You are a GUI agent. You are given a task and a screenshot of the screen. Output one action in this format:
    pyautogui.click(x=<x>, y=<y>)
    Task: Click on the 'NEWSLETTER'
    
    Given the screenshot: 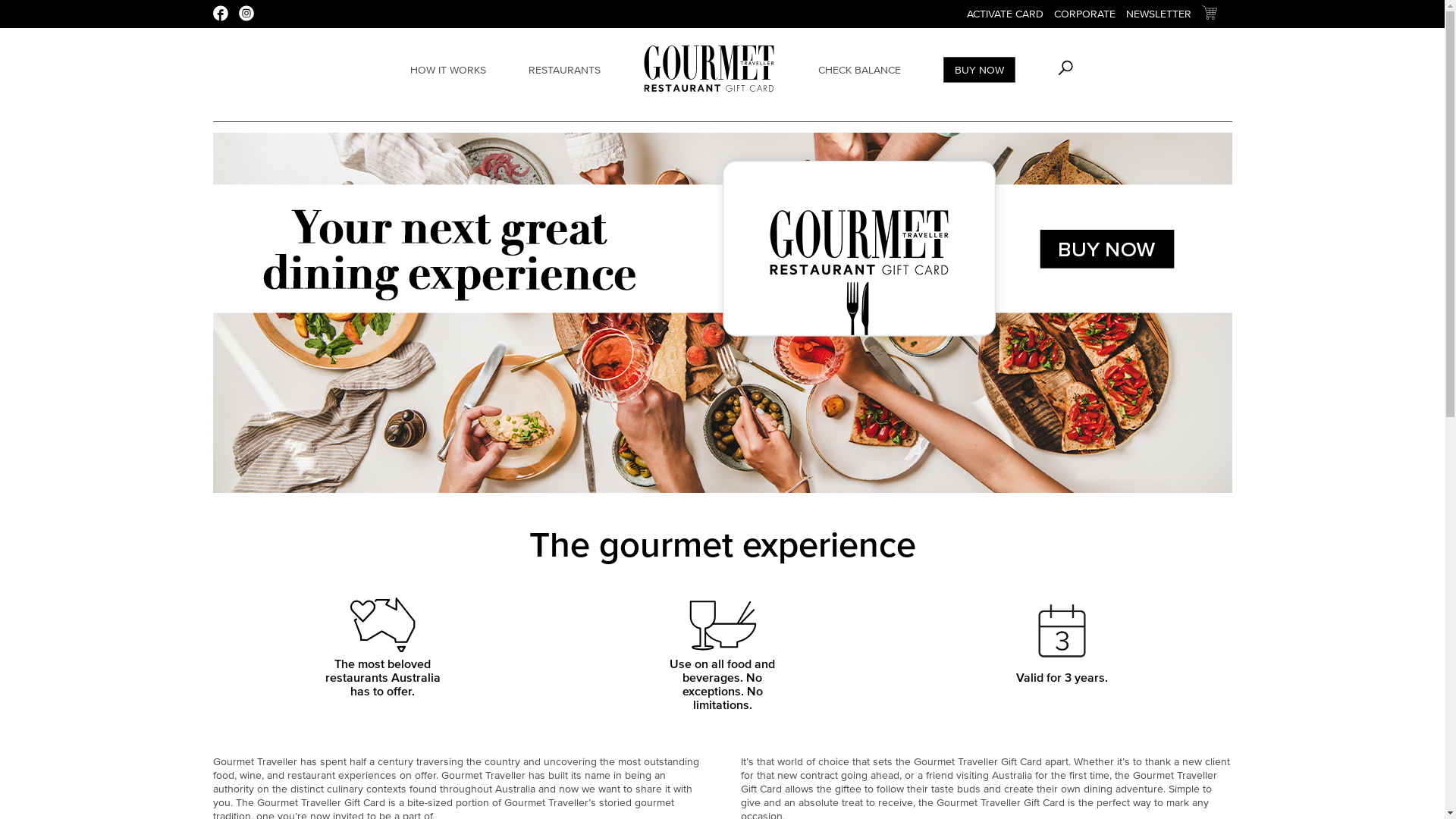 What is the action you would take?
    pyautogui.click(x=1156, y=14)
    